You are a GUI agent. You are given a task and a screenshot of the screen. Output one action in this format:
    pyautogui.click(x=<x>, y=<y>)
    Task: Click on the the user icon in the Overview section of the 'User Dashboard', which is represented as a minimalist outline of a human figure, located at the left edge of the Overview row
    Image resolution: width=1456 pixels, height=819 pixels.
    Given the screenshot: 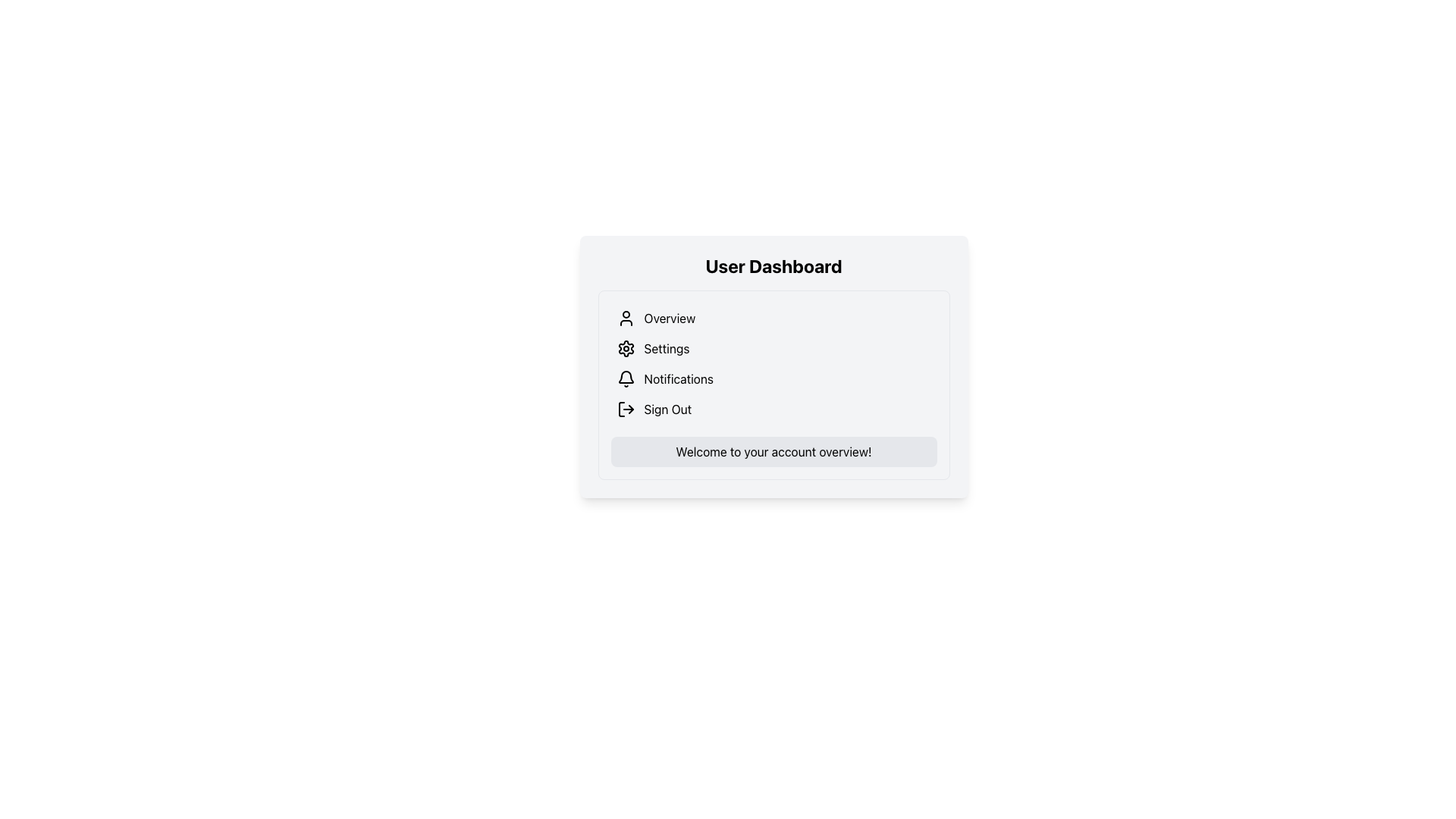 What is the action you would take?
    pyautogui.click(x=626, y=318)
    